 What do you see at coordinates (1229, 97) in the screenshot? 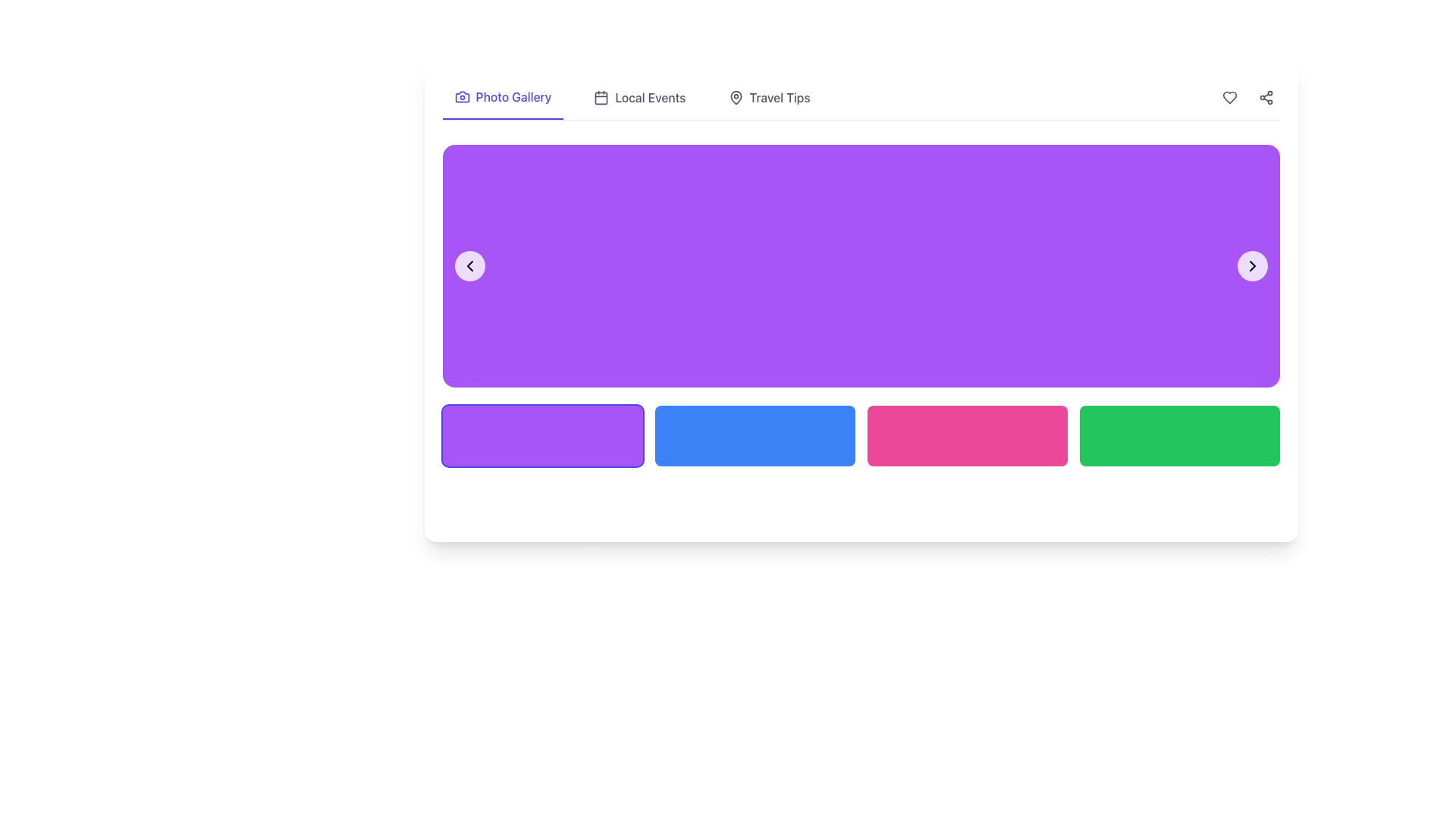
I see `the Heart/Like icon located at the top-right corner of the interface` at bounding box center [1229, 97].